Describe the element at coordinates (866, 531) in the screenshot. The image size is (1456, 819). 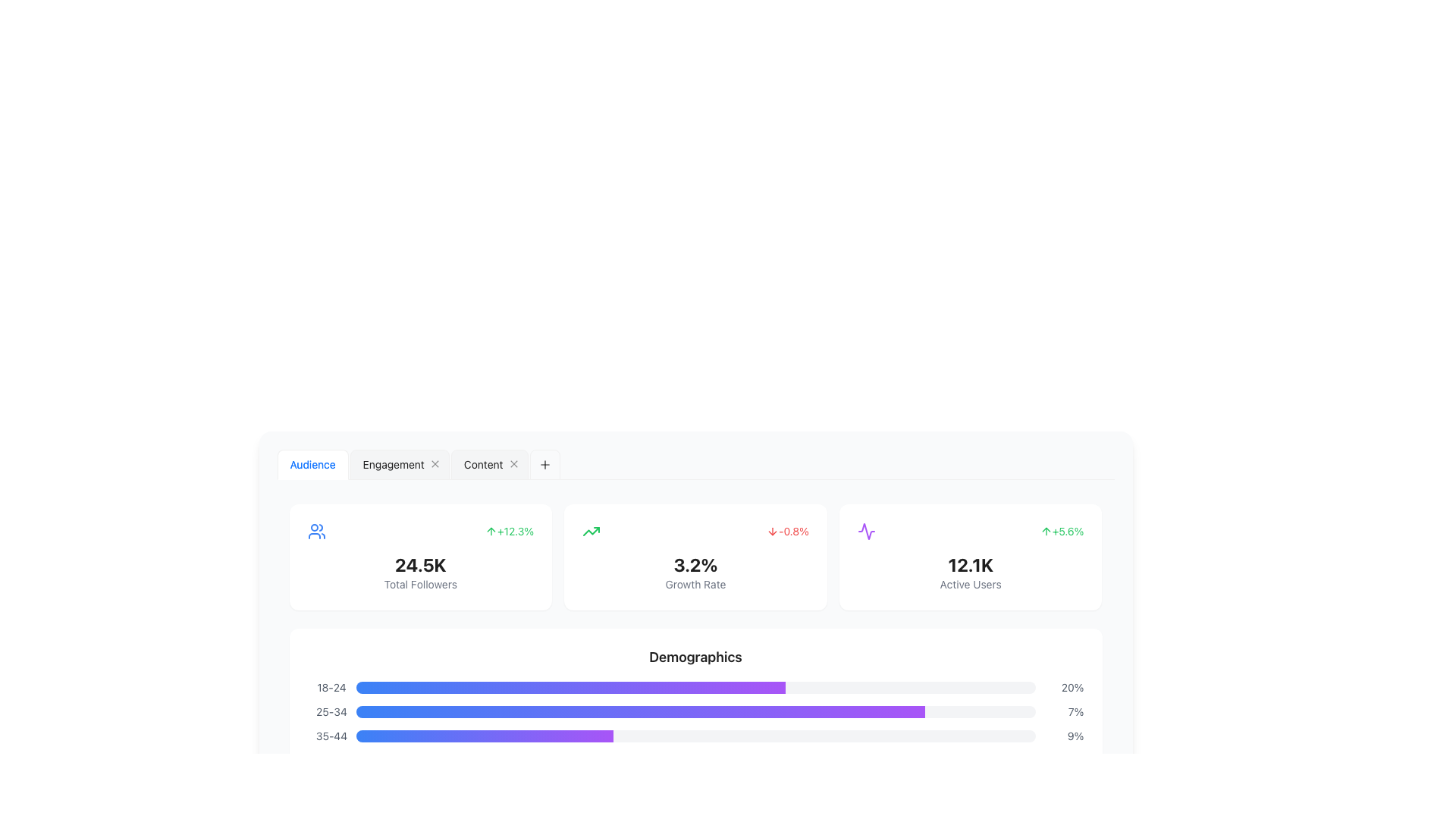
I see `wave-like styled purple icon located at the top-right corner of the fourth card in the grid of numerical metrics` at that location.